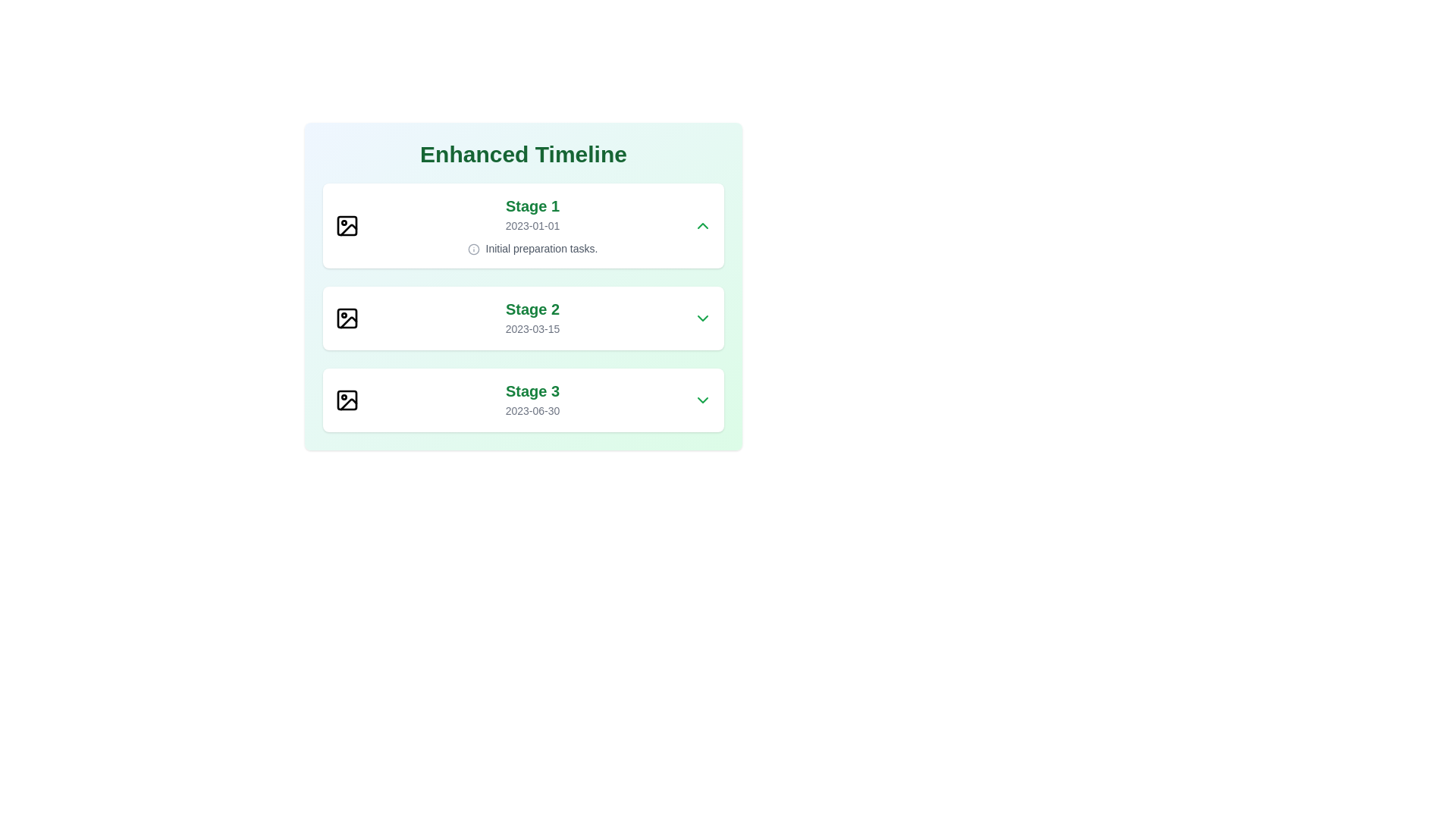 Image resolution: width=1456 pixels, height=819 pixels. What do you see at coordinates (346, 400) in the screenshot?
I see `the Icon representing 'Stage 3' located in the 'Enhanced Timeline' card, positioned to the left of the stage number and date text` at bounding box center [346, 400].